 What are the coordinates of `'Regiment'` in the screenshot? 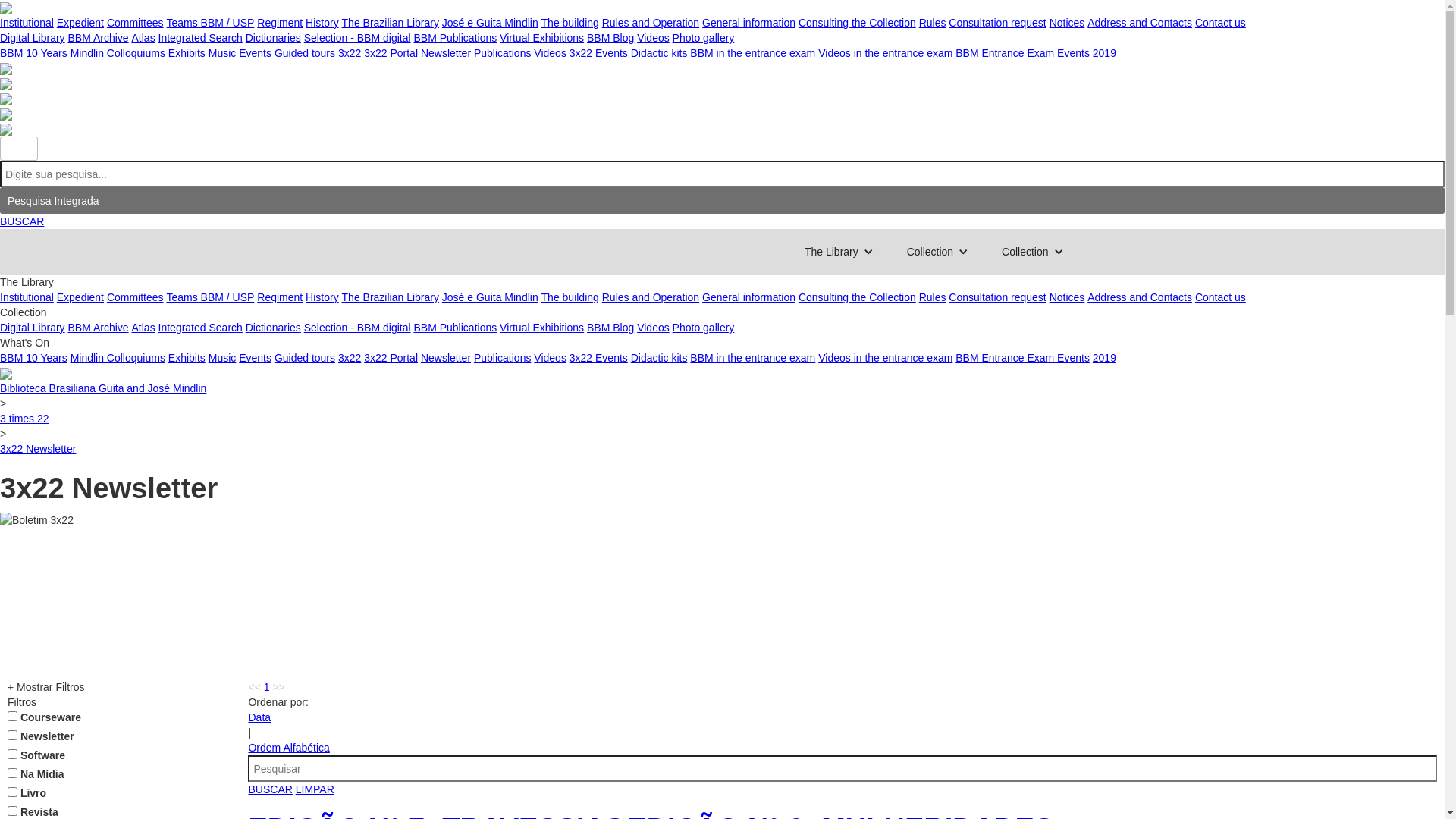 It's located at (257, 23).